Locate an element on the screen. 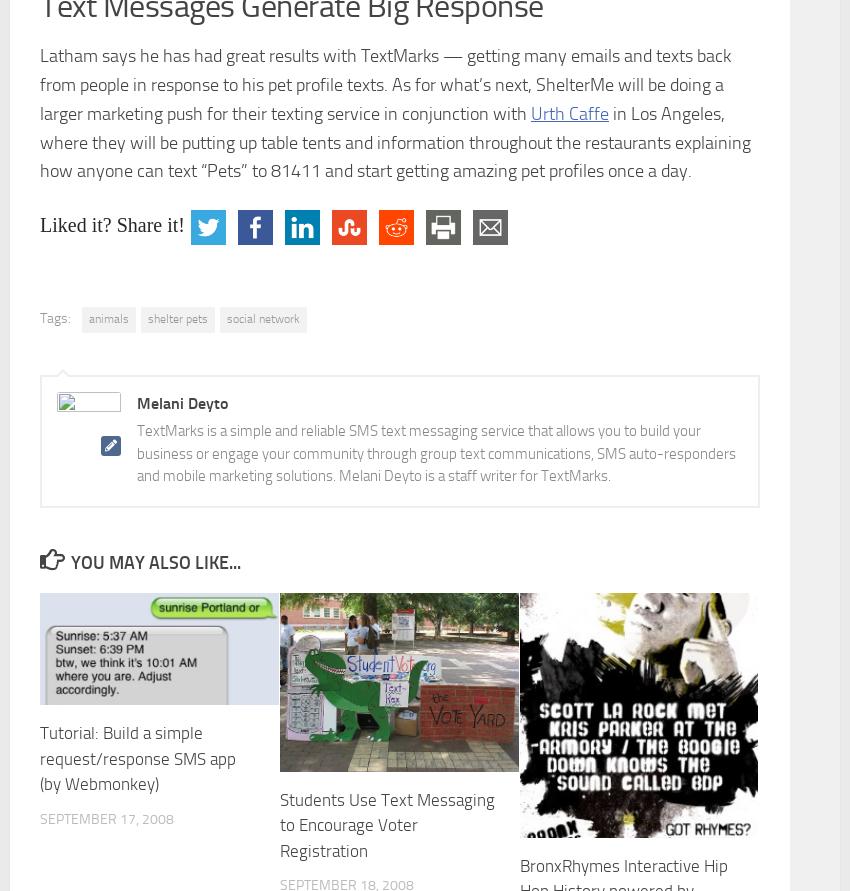 This screenshot has width=850, height=891. 'TextMarks is a simple and reliable SMS text messaging service that allows you to build your business or engage your community through group text communications, SMS auto-responders and mobile marketing solutions. Melani Deyto is a staff writer for TextMarks.' is located at coordinates (435, 452).